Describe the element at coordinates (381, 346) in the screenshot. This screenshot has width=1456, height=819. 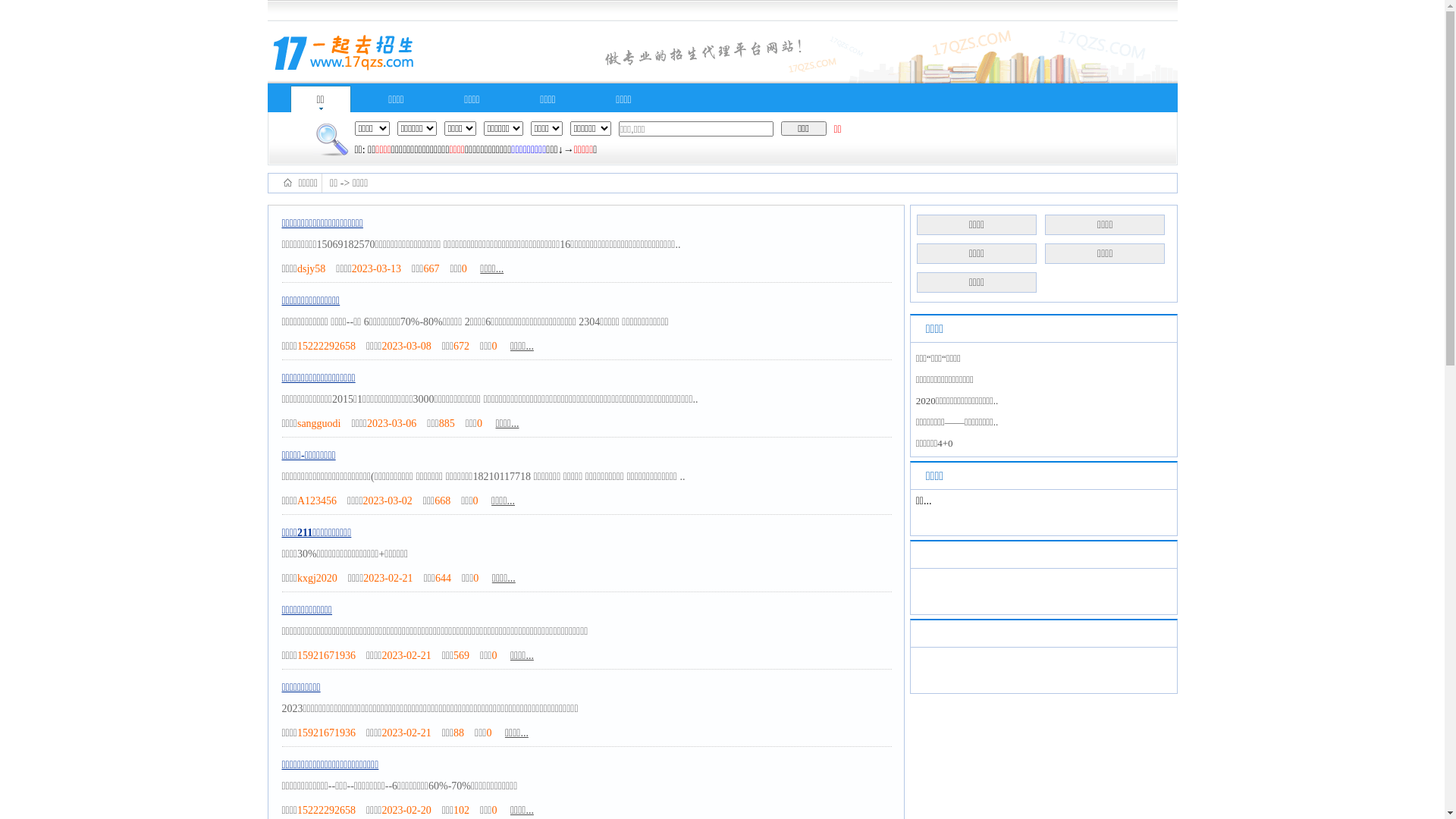
I see `'2023-03-08'` at that location.